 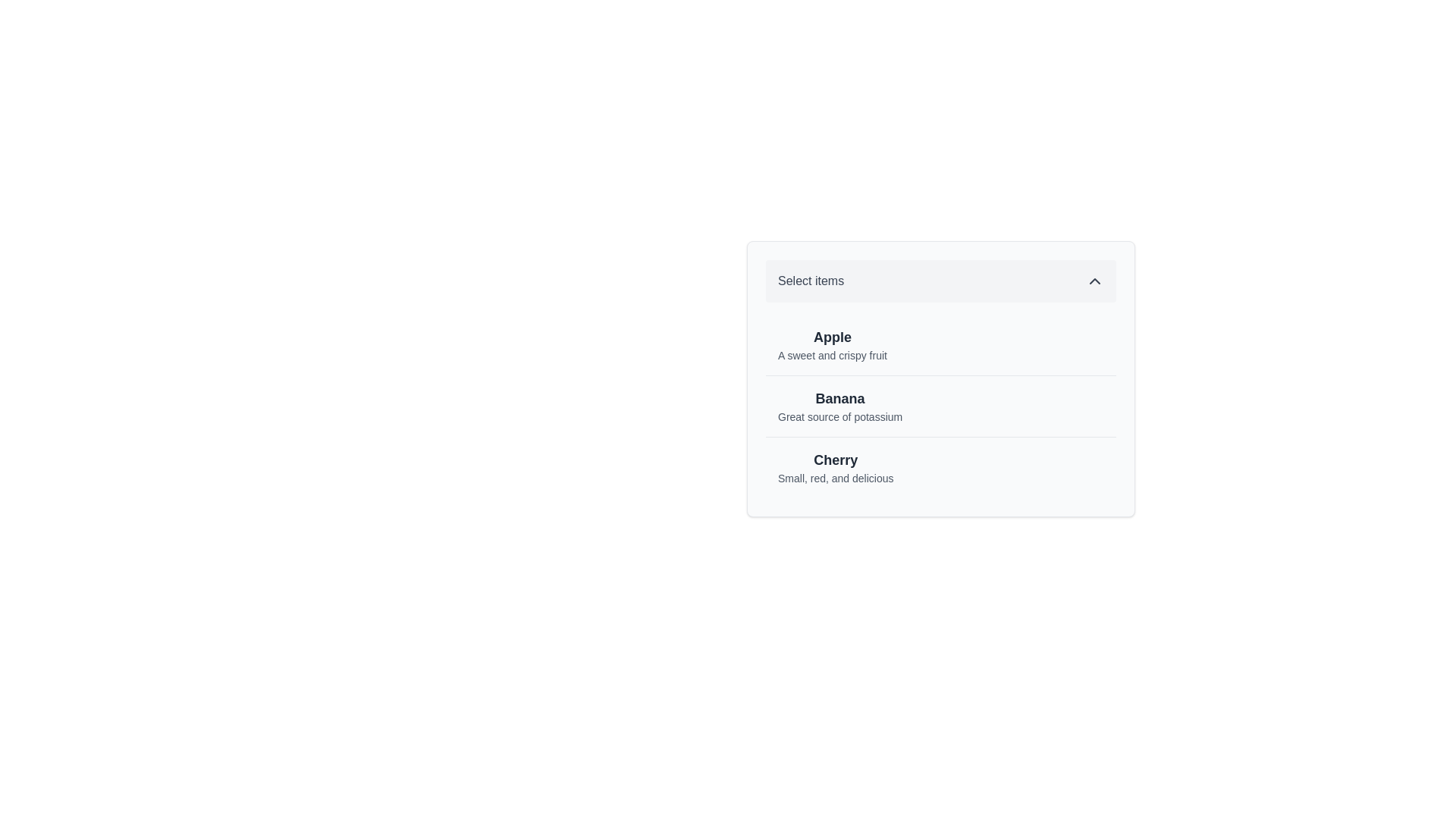 I want to click on description of the list item that displays 'Banana' in bold with the subtitle 'Great source of potassium' beneath it, positioned as the second item in a vertical list, so click(x=940, y=405).